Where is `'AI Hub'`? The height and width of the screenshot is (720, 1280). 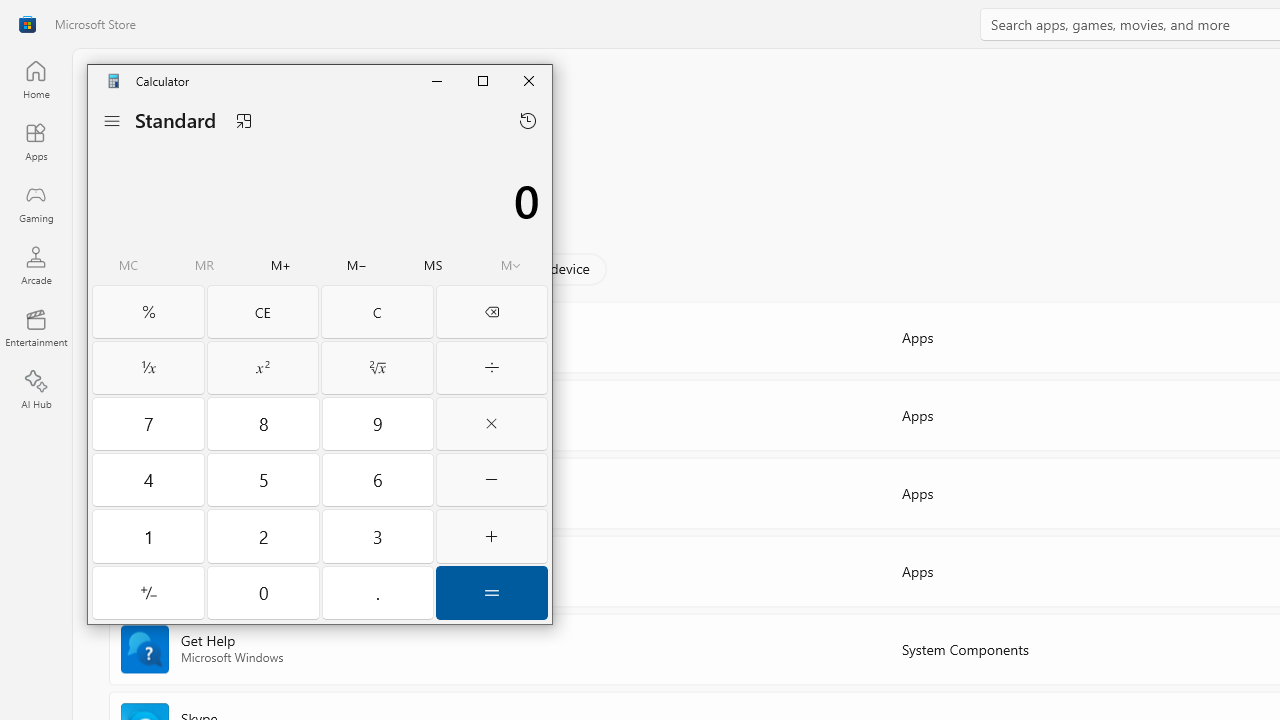 'AI Hub' is located at coordinates (35, 390).